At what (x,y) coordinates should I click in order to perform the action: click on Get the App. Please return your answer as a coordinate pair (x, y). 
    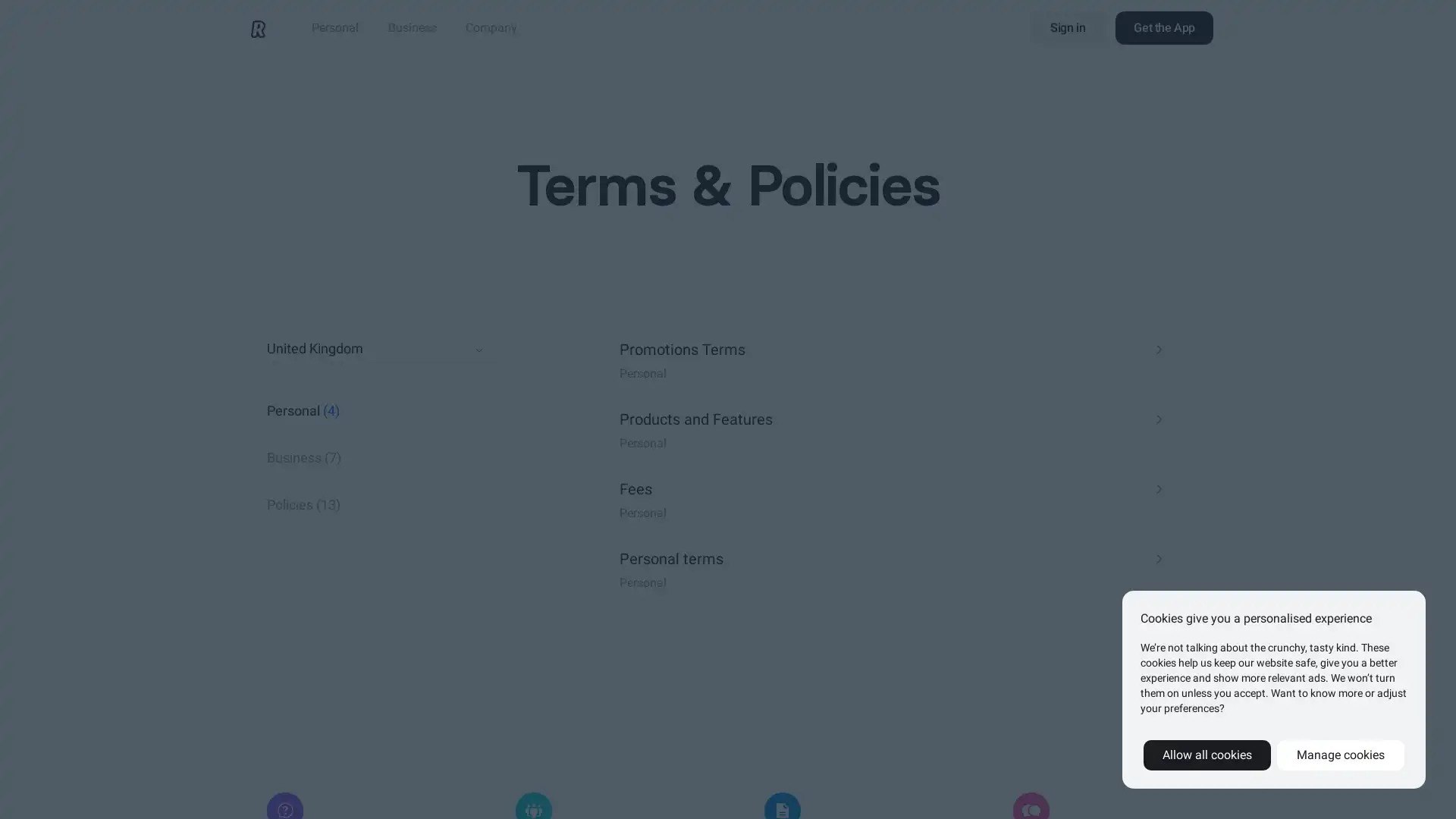
    Looking at the image, I should click on (1163, 27).